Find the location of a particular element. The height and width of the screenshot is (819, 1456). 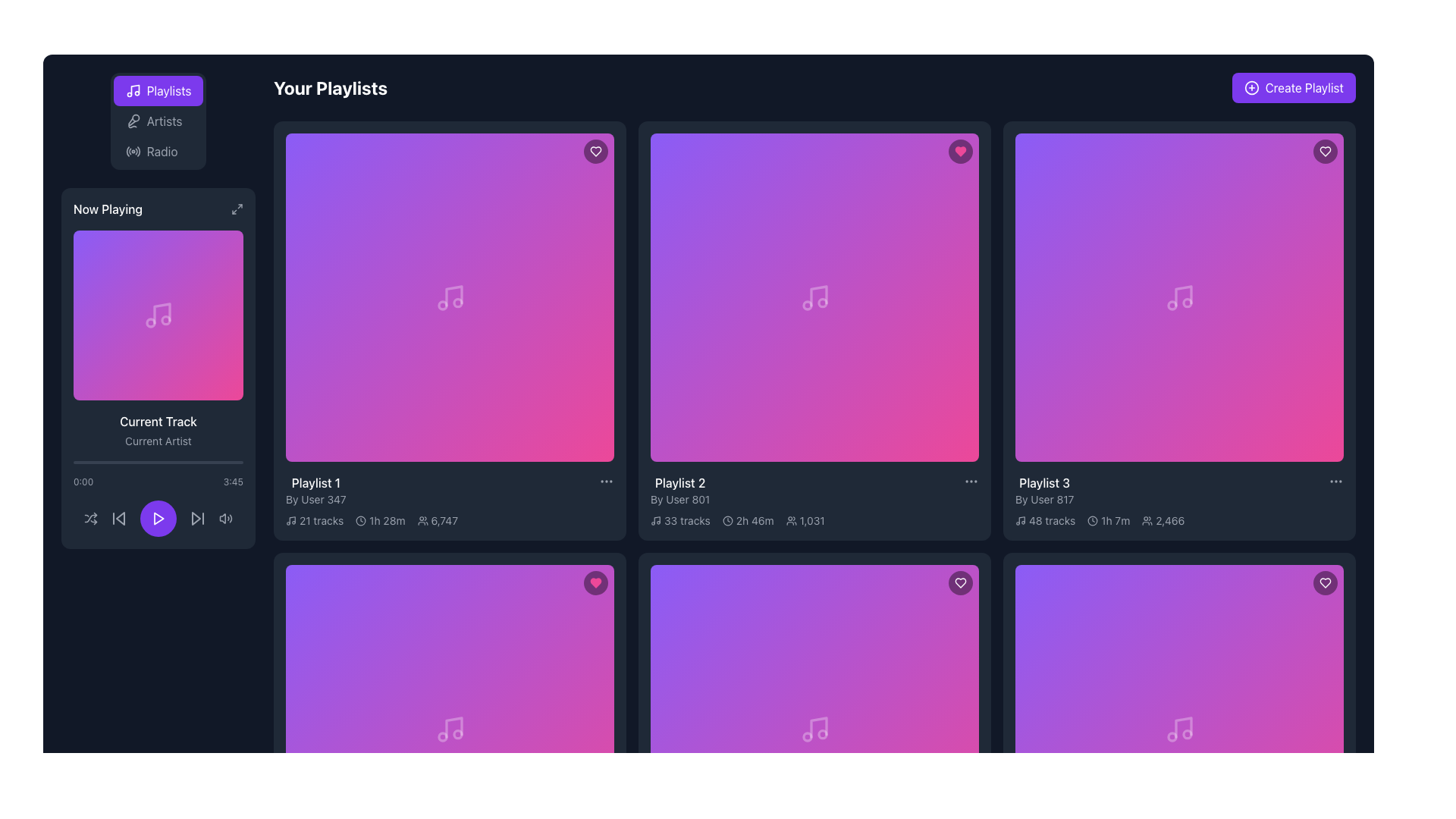

the ellipsis icon located at the top-right corner of the 'Playlist 2' card is located at coordinates (971, 482).